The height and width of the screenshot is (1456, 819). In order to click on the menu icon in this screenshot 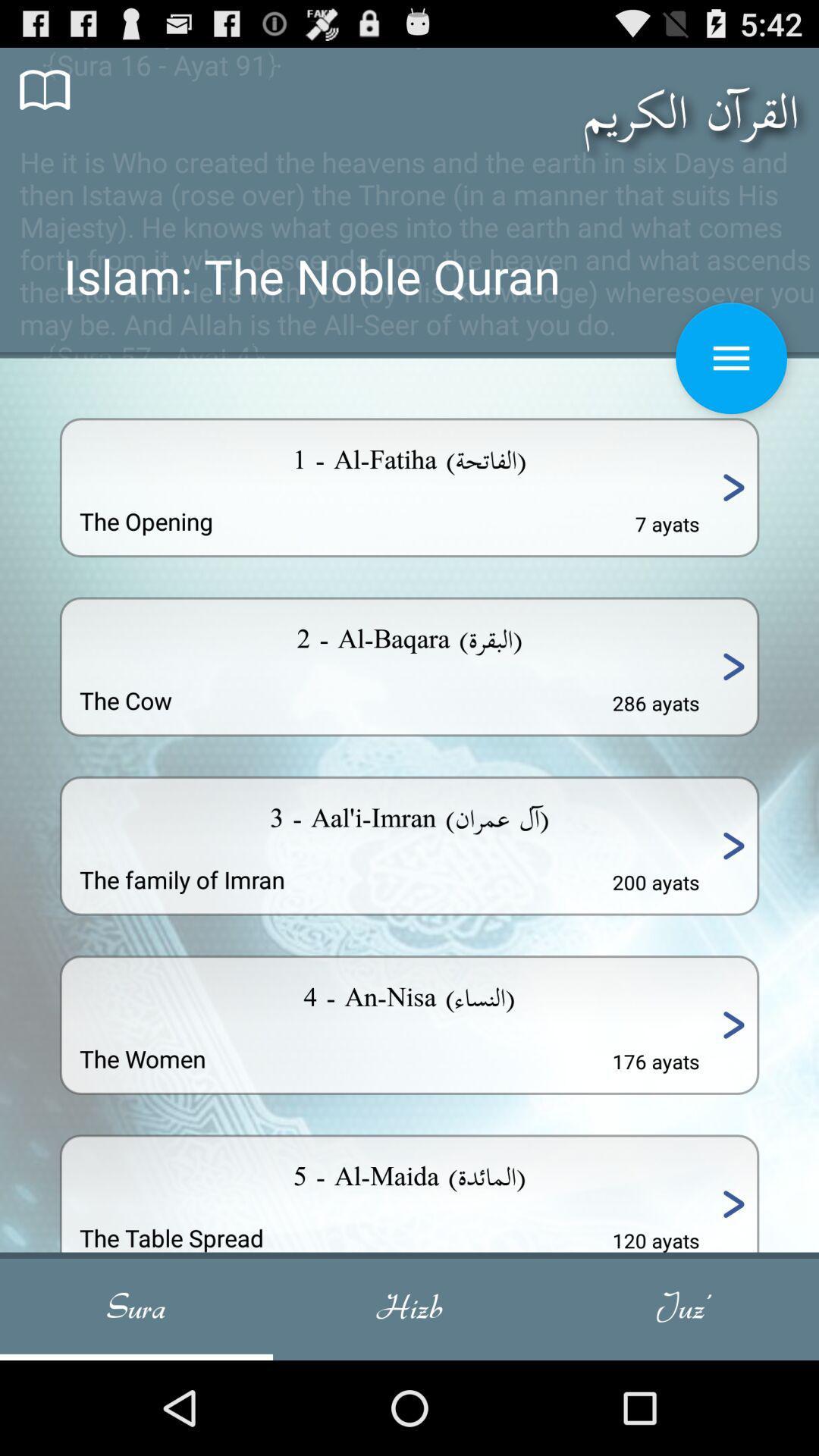, I will do `click(730, 383)`.